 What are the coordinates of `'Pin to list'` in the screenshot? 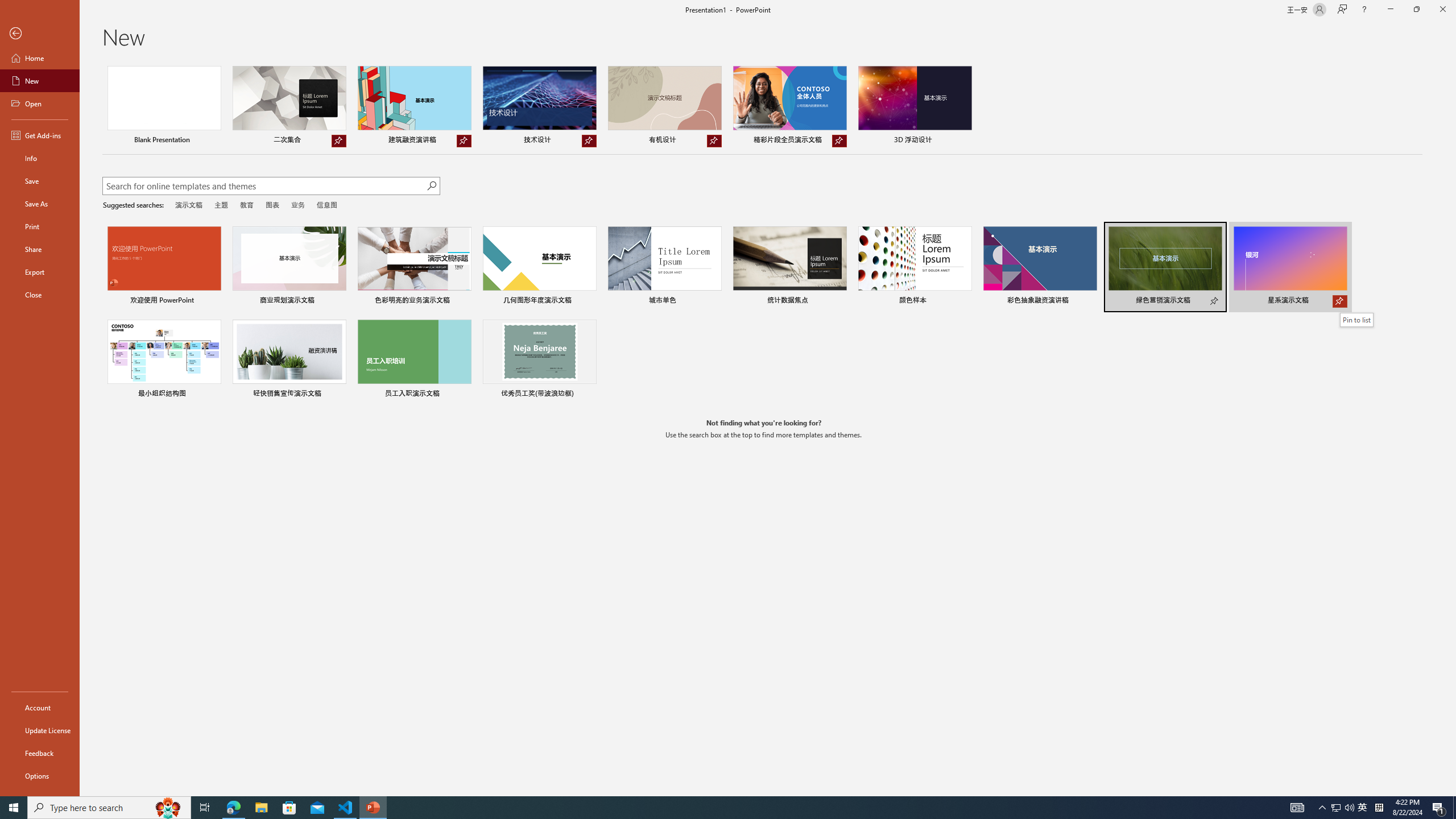 It's located at (1356, 320).